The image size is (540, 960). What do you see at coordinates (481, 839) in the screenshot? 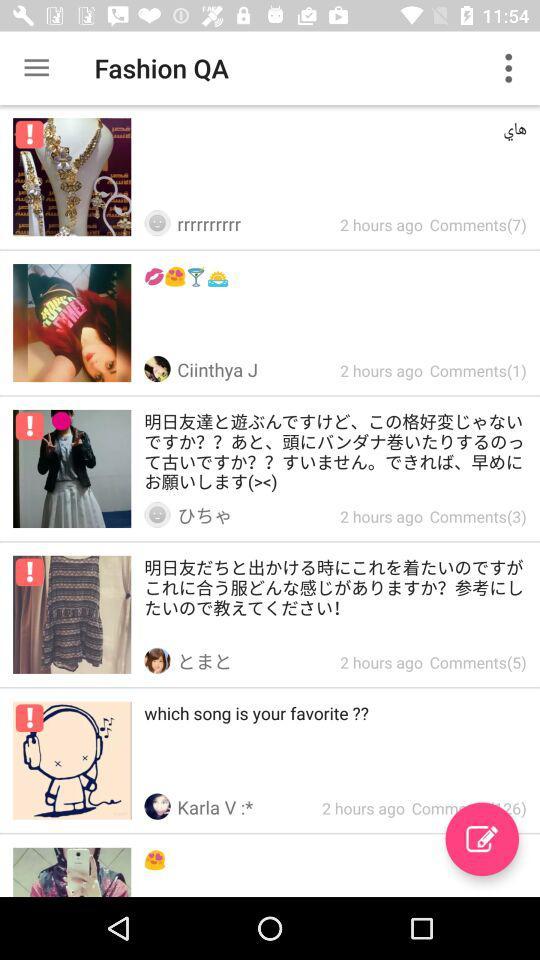
I see `the icon next to 2 hours ago` at bounding box center [481, 839].